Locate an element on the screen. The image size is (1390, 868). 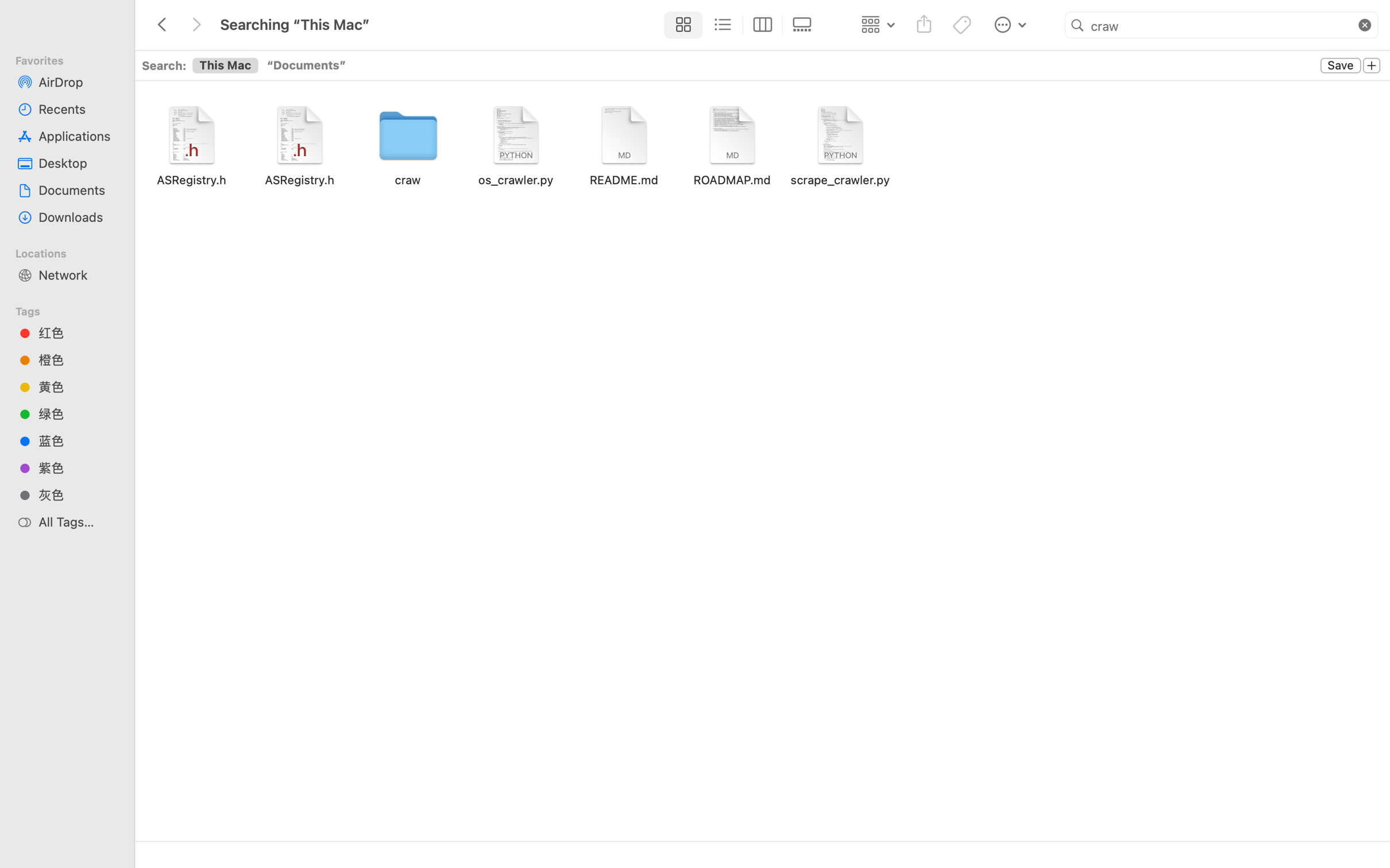
'Desktop' is located at coordinates (77, 162).